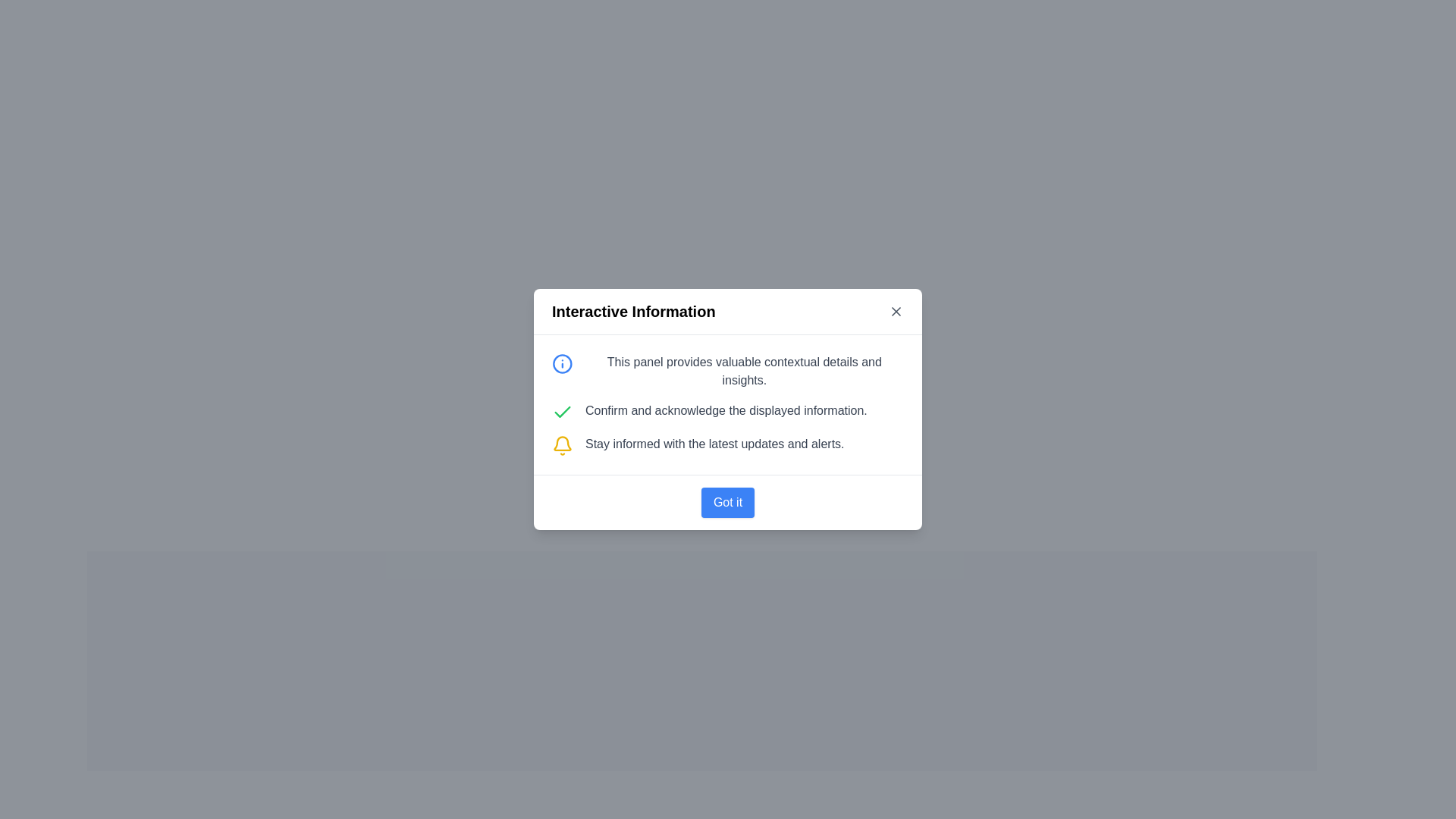 This screenshot has width=1456, height=819. I want to click on the static text element that provides a confirmation message or instruction, located in the middle section of a modal dialog, positioned directly to the right of a green checkmark icon, so click(725, 411).